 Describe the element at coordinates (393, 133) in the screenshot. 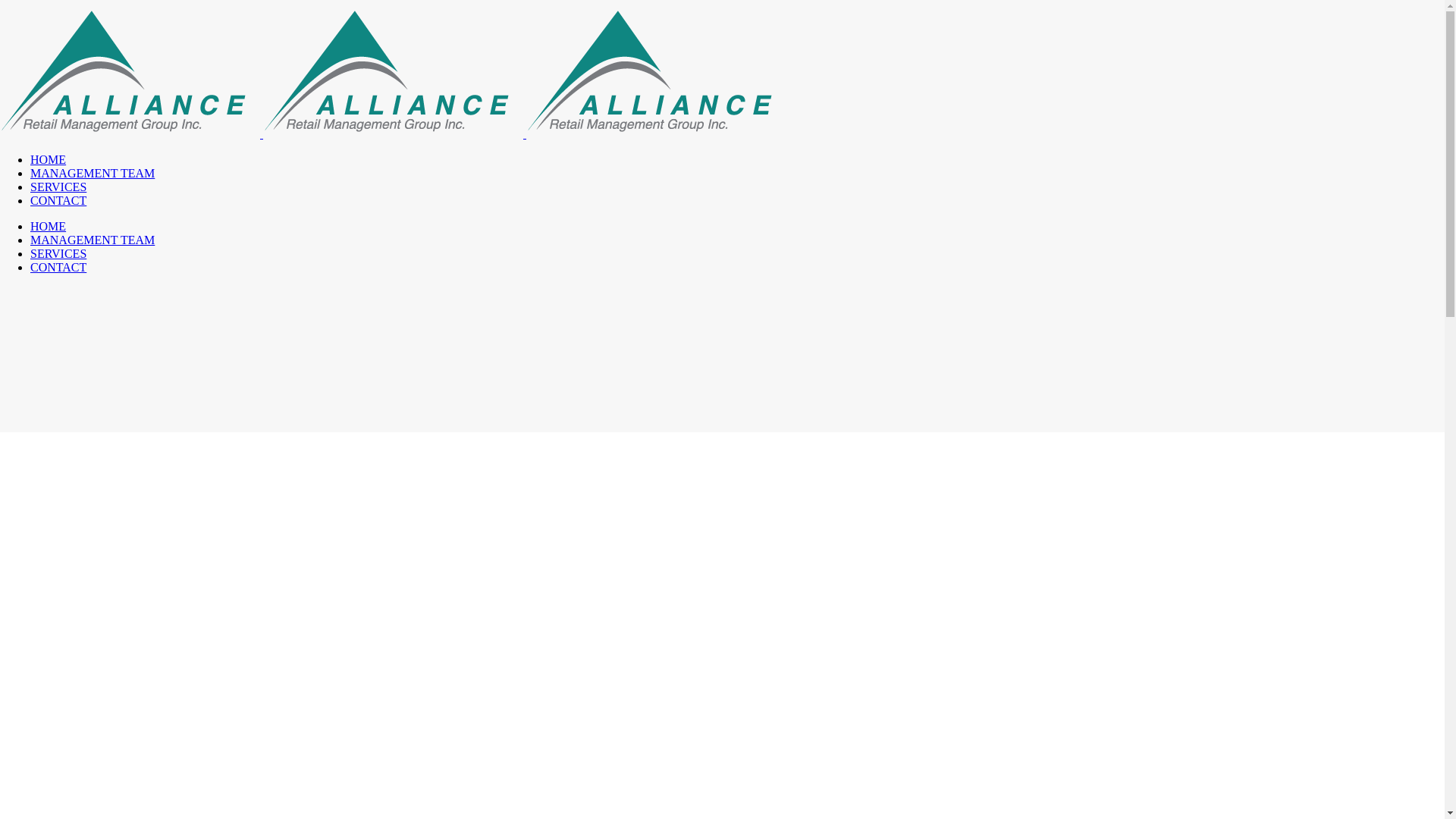

I see `'Alliance Retail Management Group Inc.'` at that location.